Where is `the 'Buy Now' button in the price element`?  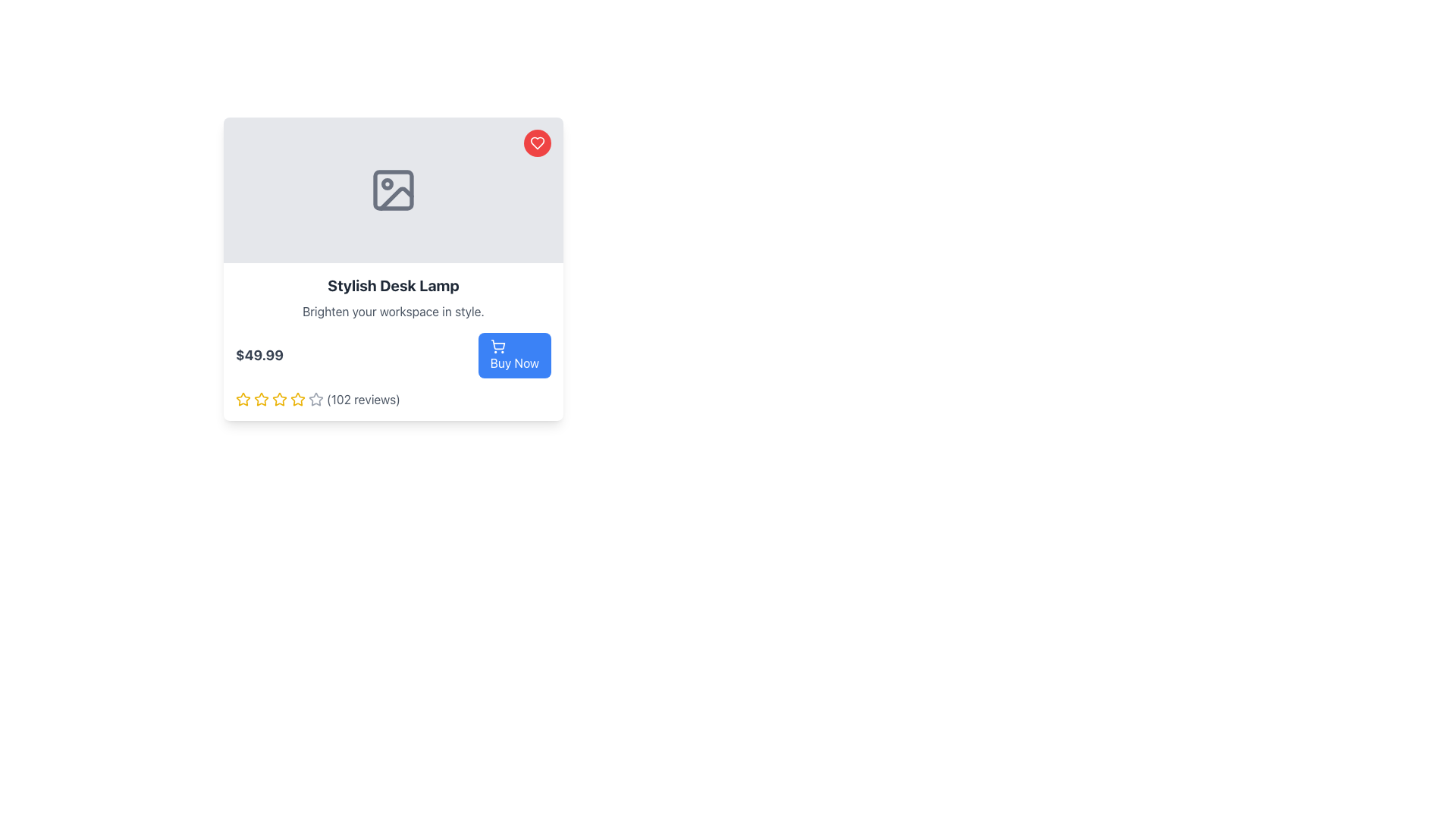 the 'Buy Now' button in the price element is located at coordinates (393, 356).